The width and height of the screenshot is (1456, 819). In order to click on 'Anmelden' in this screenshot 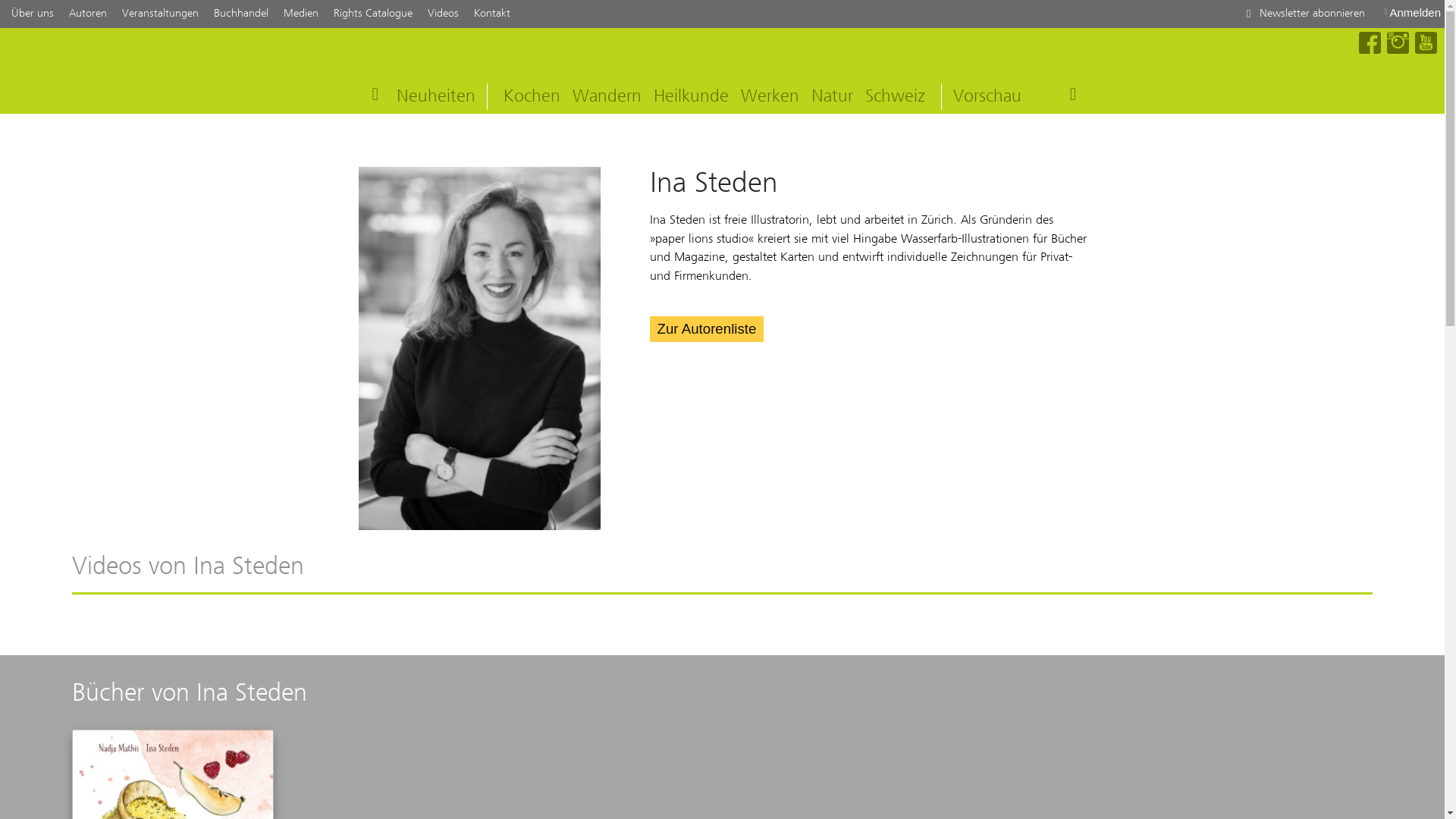, I will do `click(1411, 12)`.